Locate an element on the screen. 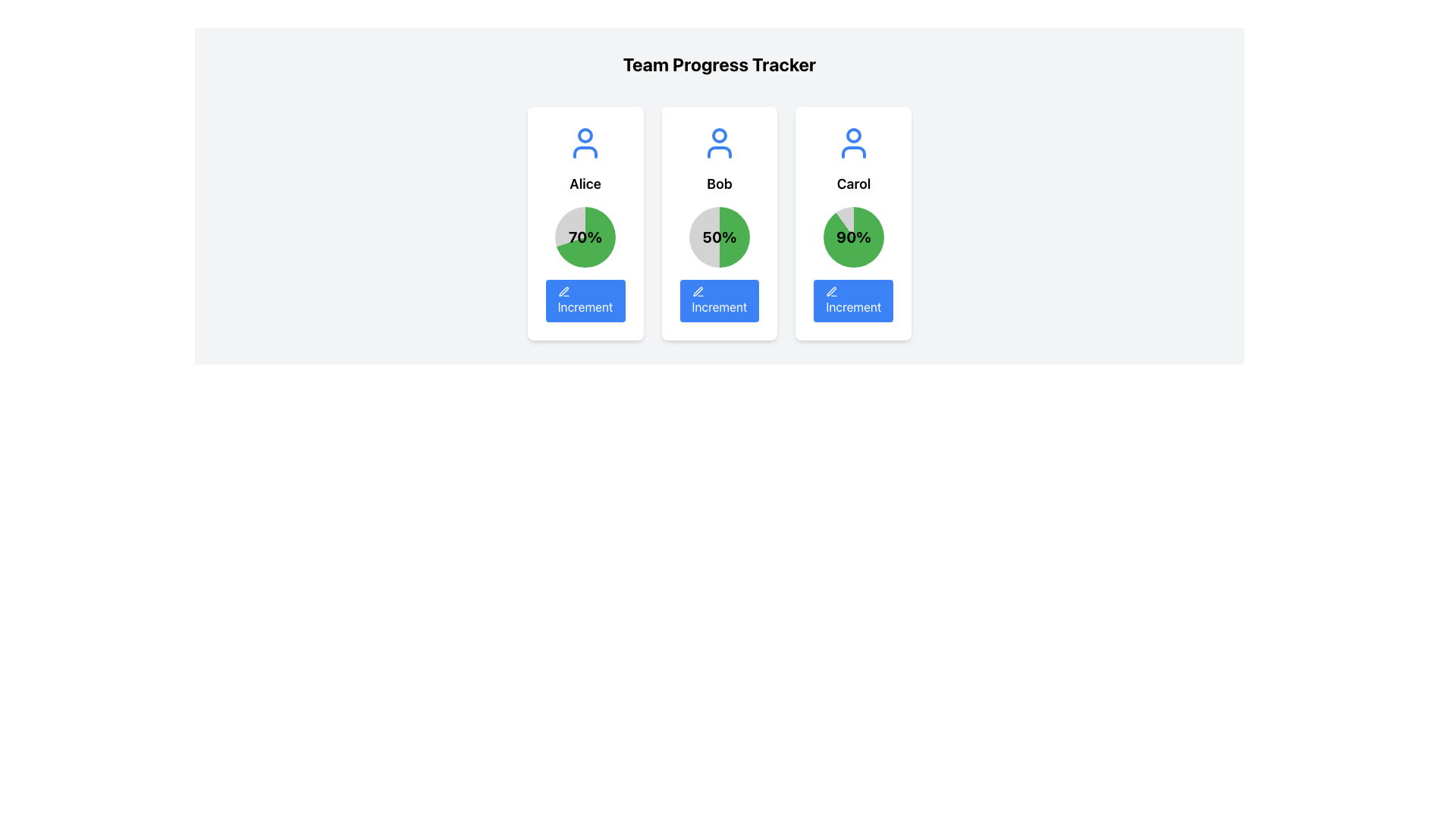 The height and width of the screenshot is (819, 1456). value displayed as '70%' in bold font, located at the center of the circular progress chart in the card labeled 'Alice', directly above the blue 'Increment' button is located at coordinates (585, 237).